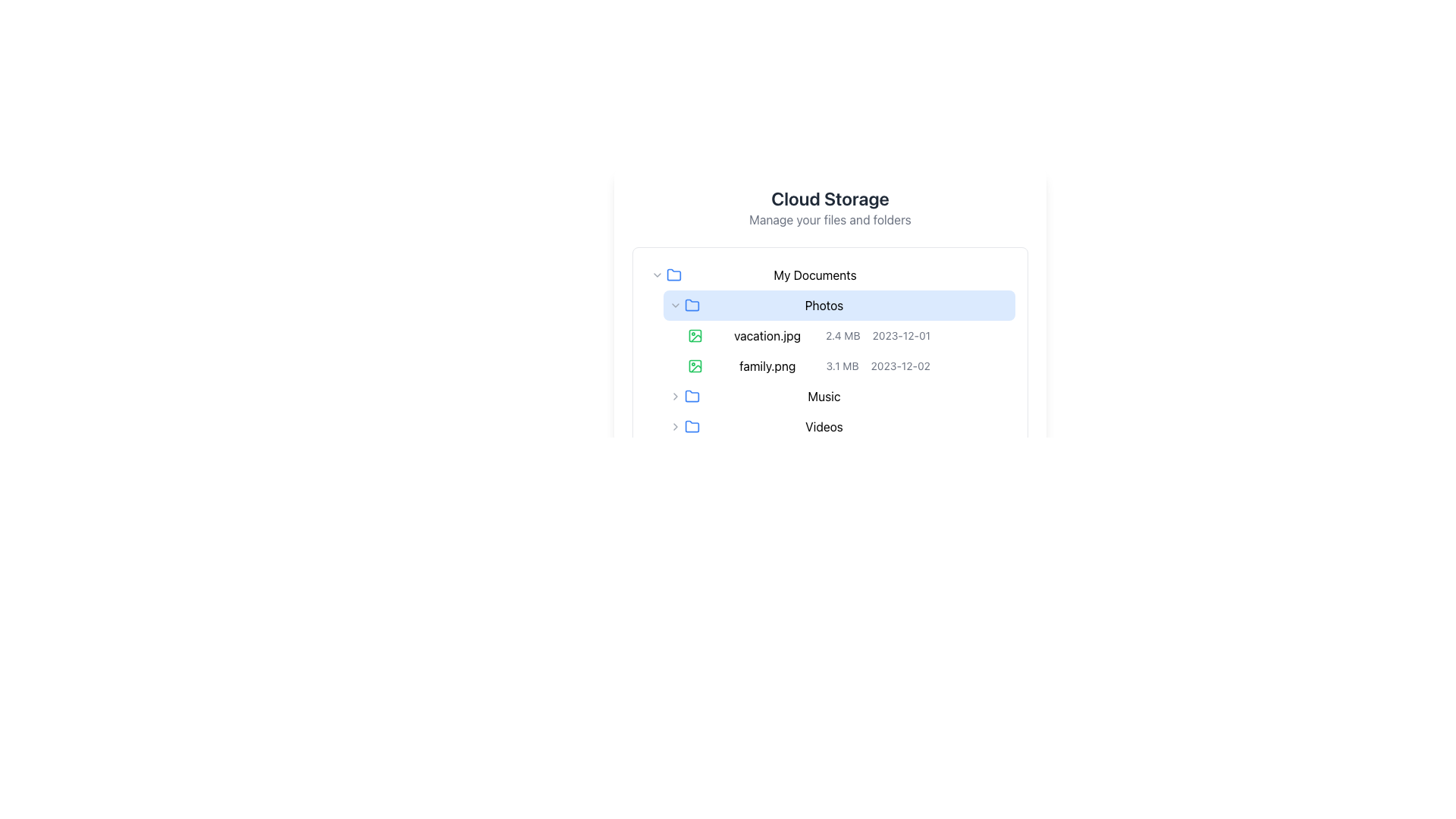 This screenshot has height=819, width=1456. What do you see at coordinates (829, 427) in the screenshot?
I see `to select the 'Videos' navigation item, which is the last visible entry in the folder browsing interface, located near the bottom of the list after 'Music'` at bounding box center [829, 427].